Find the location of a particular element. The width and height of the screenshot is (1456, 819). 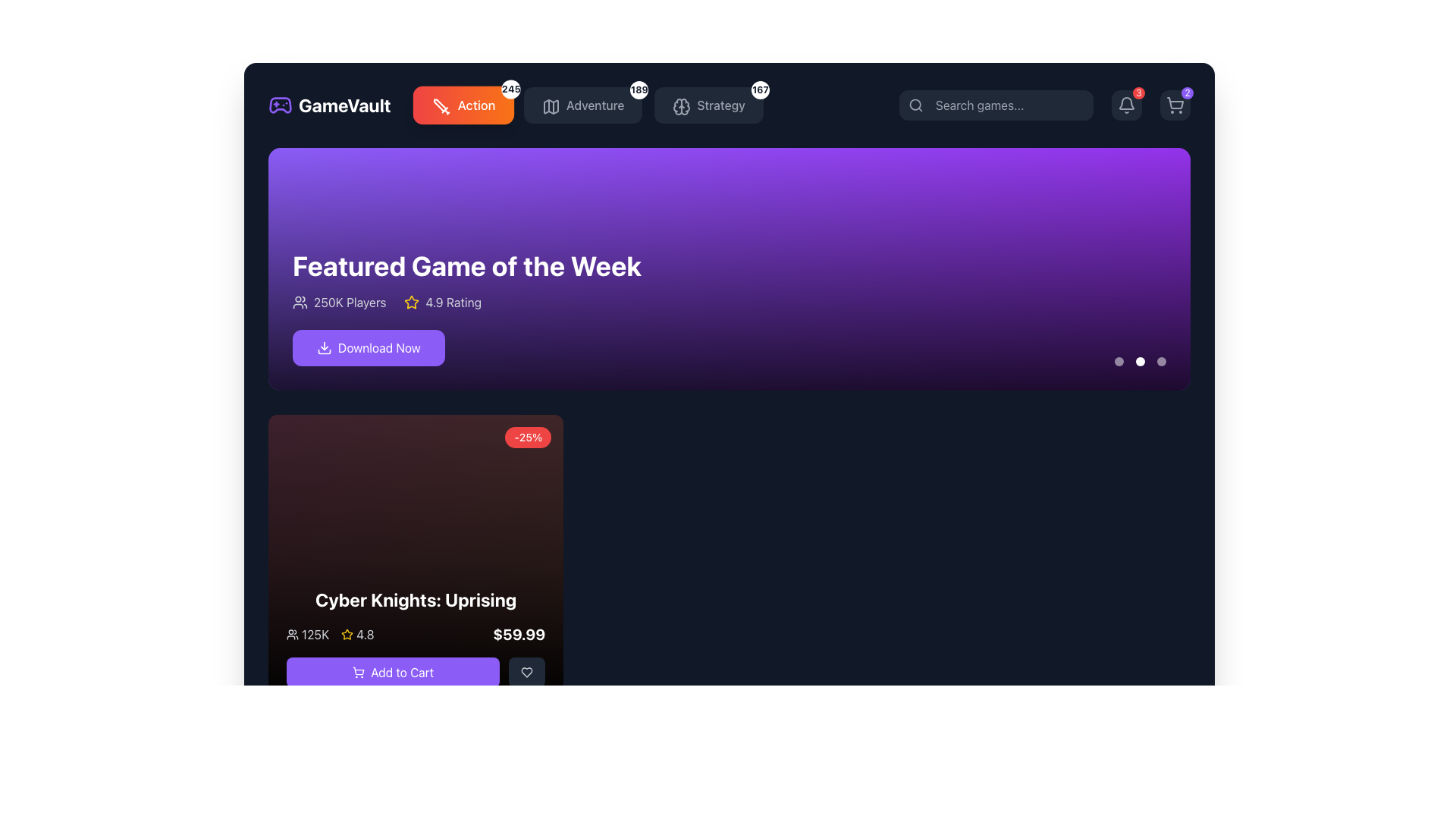

the shopping cart icon located at the top-right of the interface is located at coordinates (1175, 104).